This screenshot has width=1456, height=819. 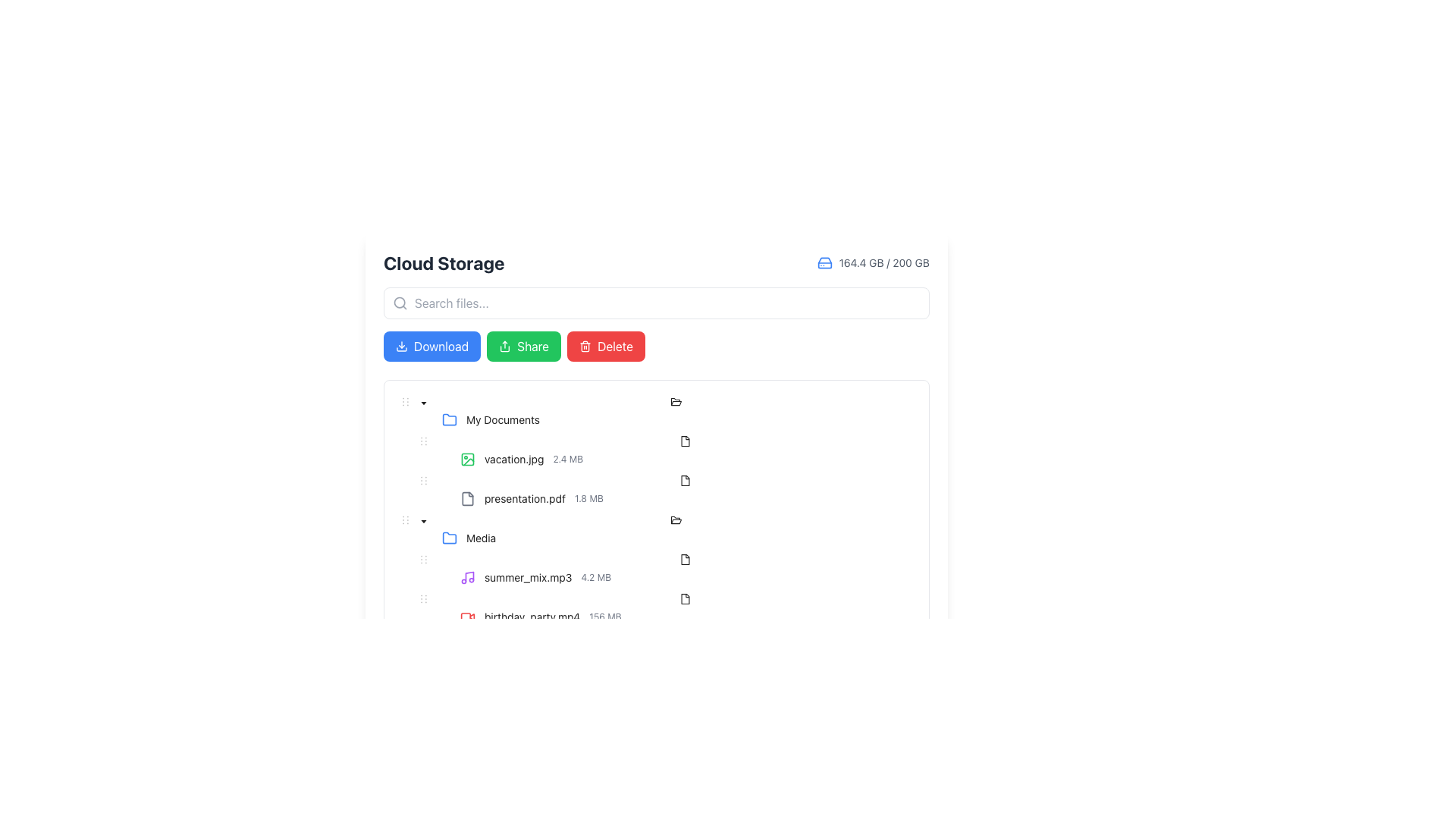 What do you see at coordinates (684, 441) in the screenshot?
I see `the file icon represented by an outlined document with a folded corner, located to the right of the file name in the Media directory` at bounding box center [684, 441].